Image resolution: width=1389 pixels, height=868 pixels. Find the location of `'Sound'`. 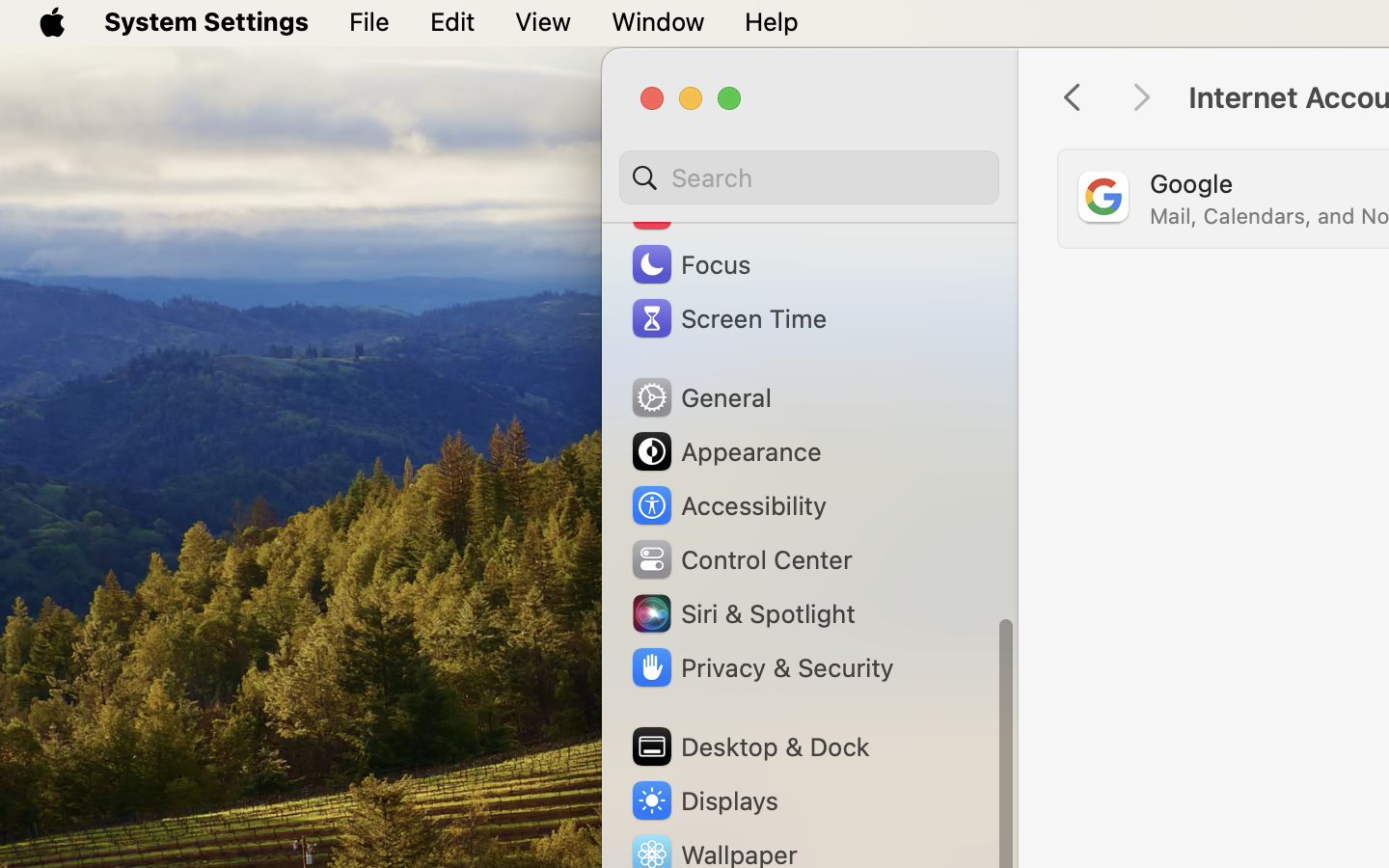

'Sound' is located at coordinates (692, 209).